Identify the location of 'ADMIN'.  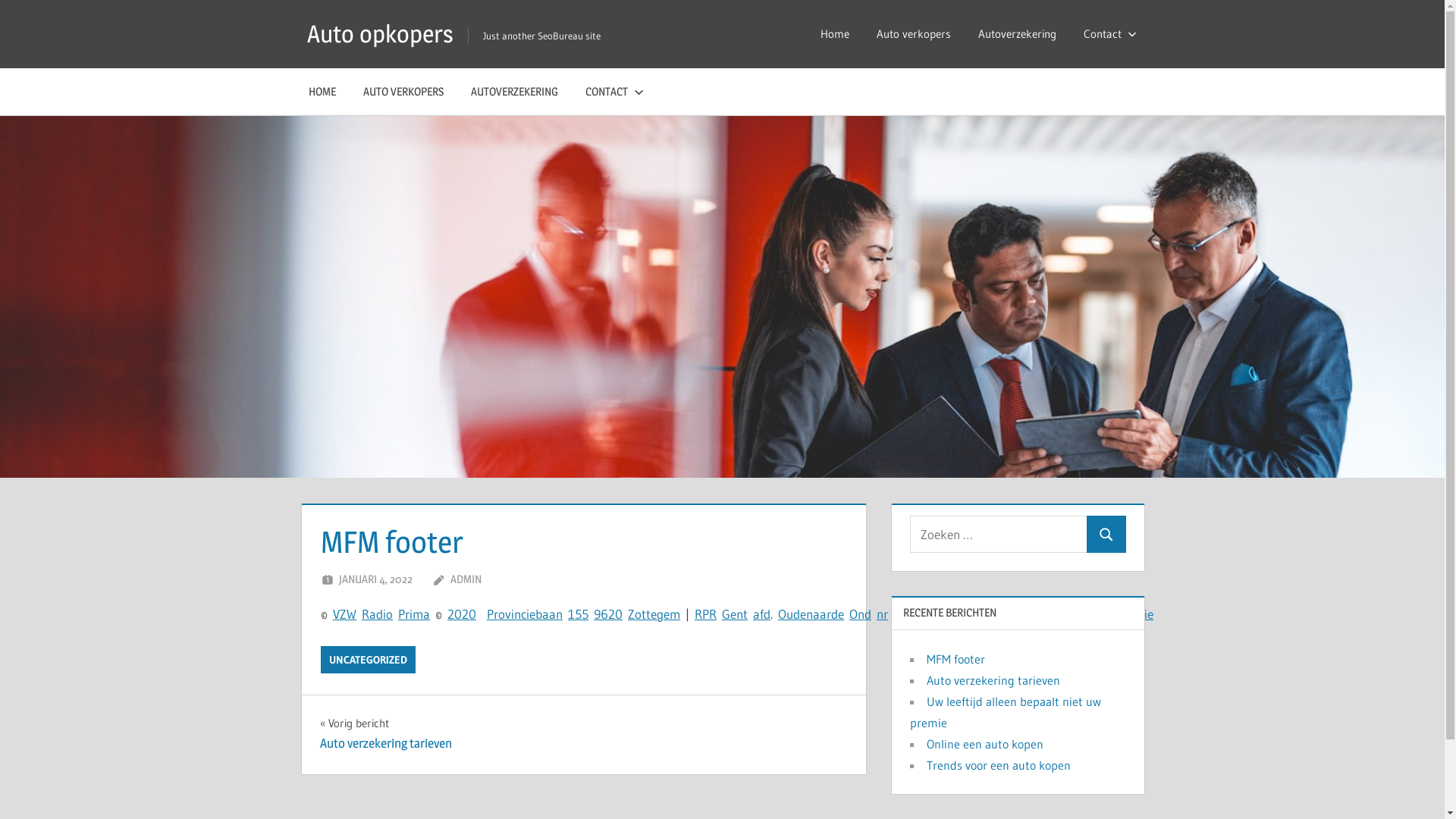
(465, 579).